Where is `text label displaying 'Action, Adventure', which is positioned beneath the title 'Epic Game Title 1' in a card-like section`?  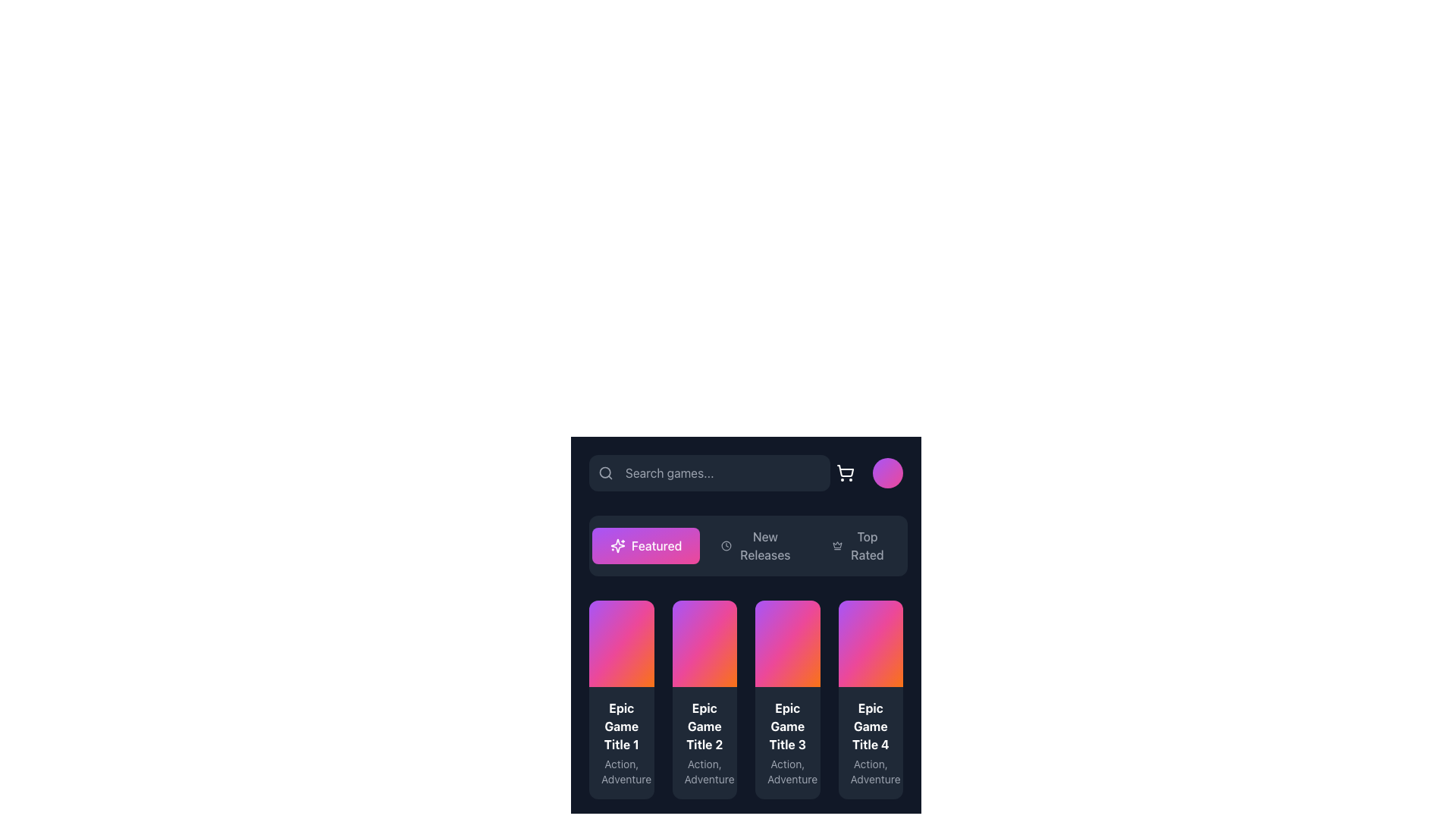
text label displaying 'Action, Adventure', which is positioned beneath the title 'Epic Game Title 1' in a card-like section is located at coordinates (621, 772).